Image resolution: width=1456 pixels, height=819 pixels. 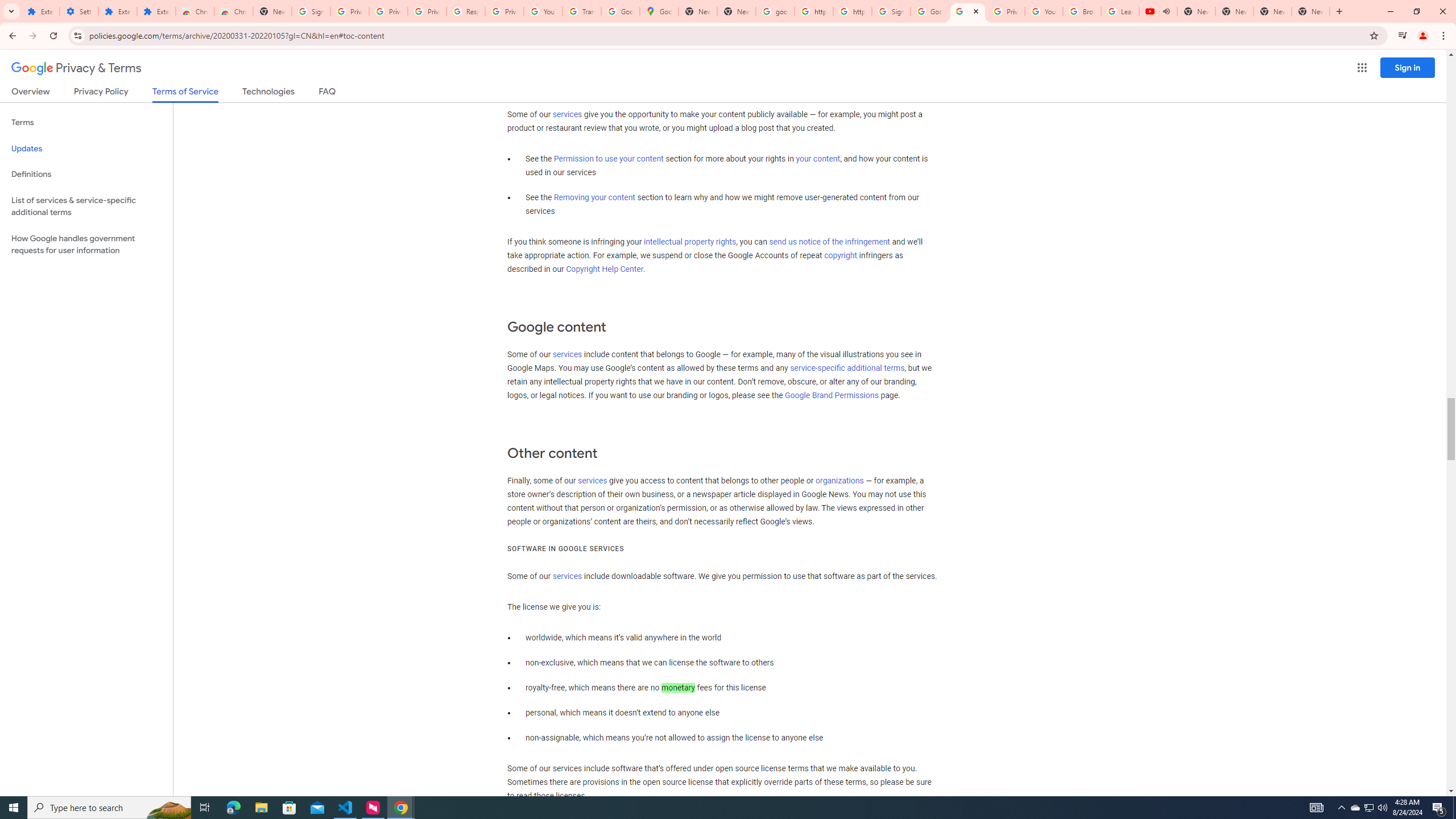 I want to click on 'Chrome Web Store', so click(x=195, y=11).